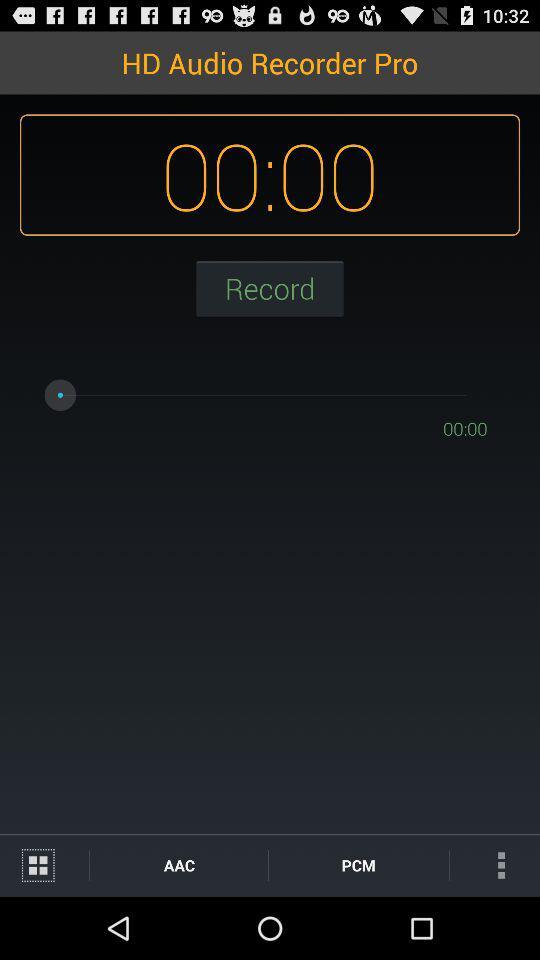 The height and width of the screenshot is (960, 540). Describe the element at coordinates (493, 864) in the screenshot. I see `the icon below the 00:00 icon` at that location.